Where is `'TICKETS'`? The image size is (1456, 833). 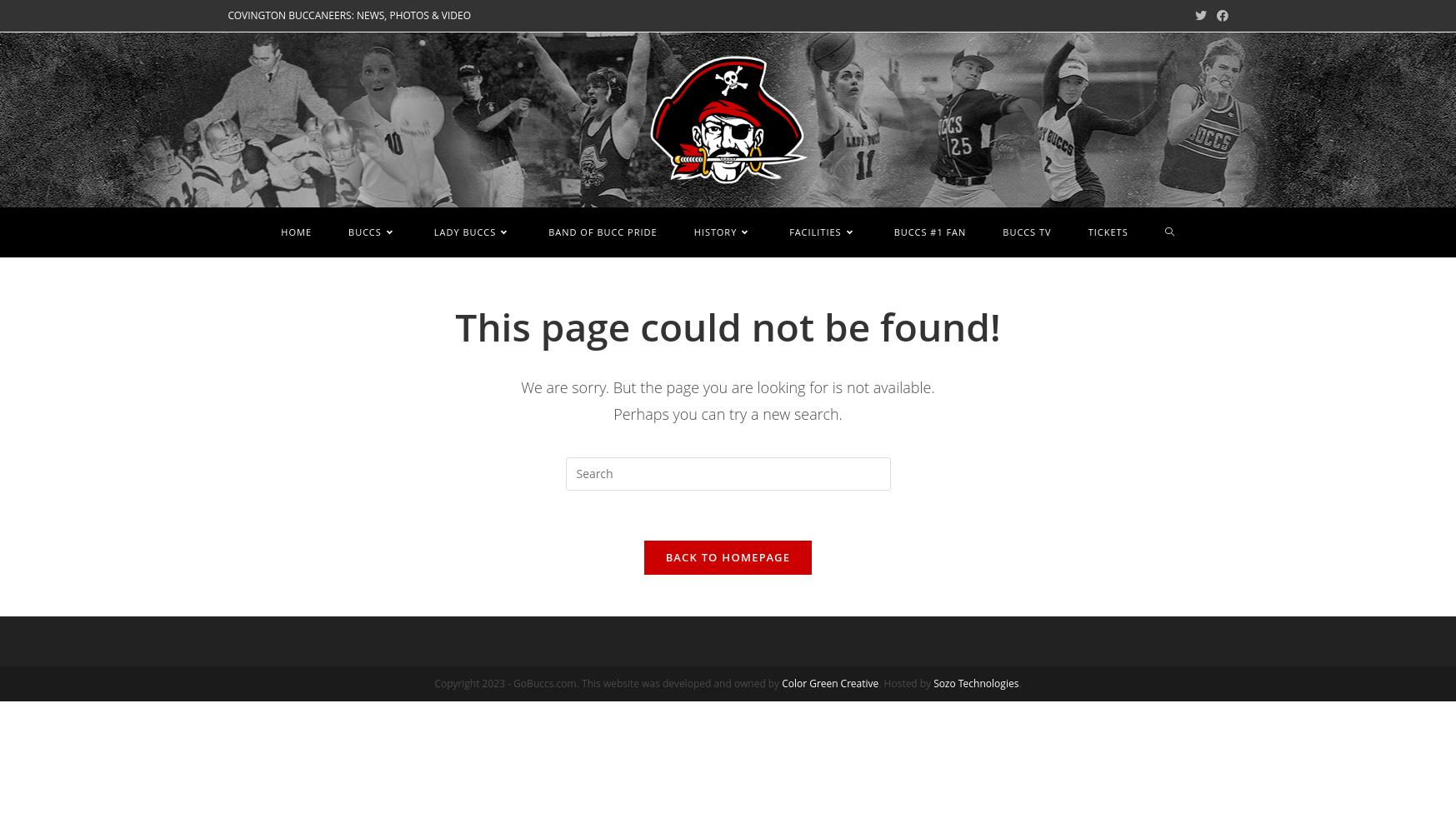
'TICKETS' is located at coordinates (1106, 231).